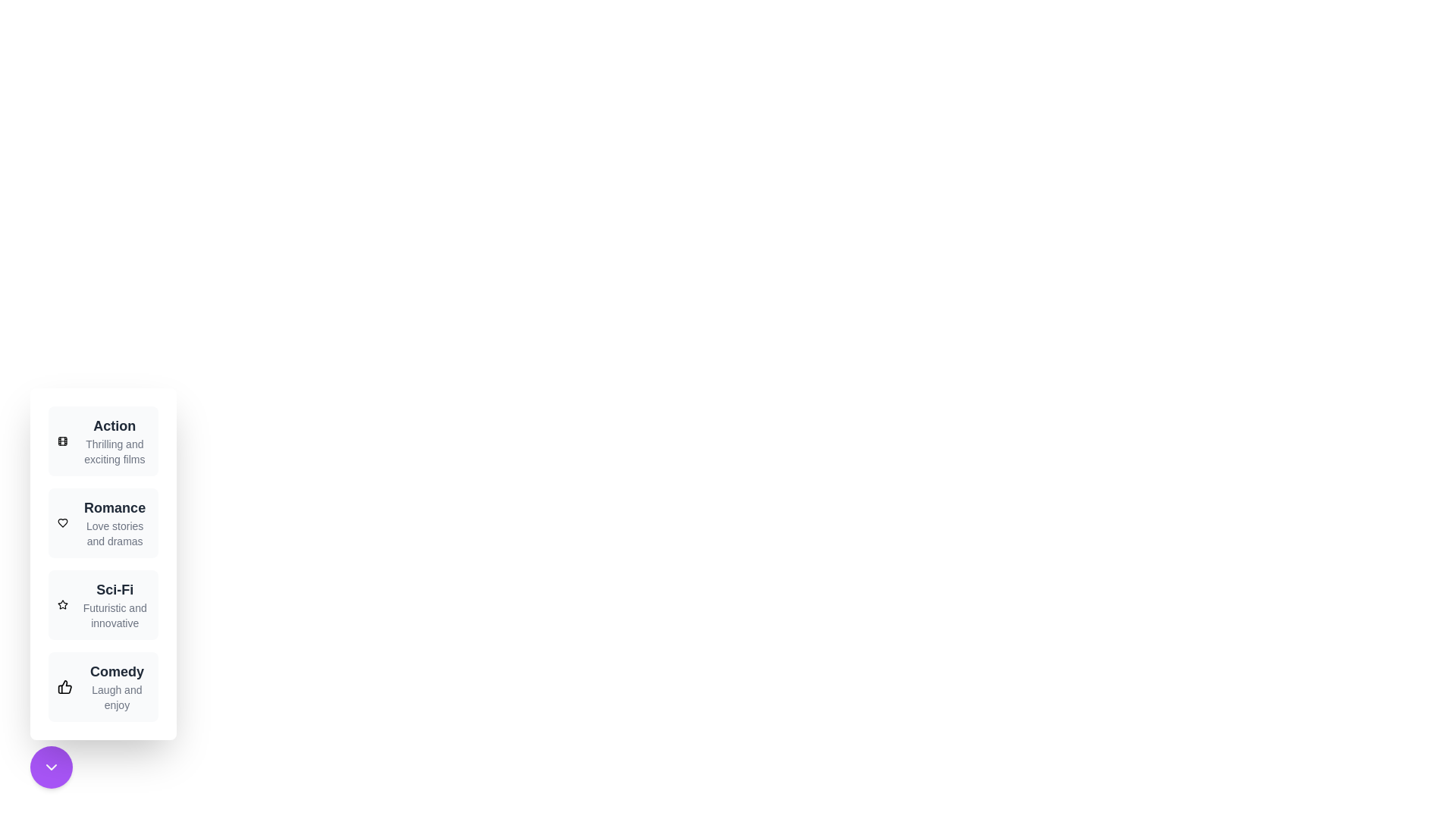 Image resolution: width=1456 pixels, height=819 pixels. I want to click on the toggle button to toggle the speed dial open or closed, so click(51, 767).